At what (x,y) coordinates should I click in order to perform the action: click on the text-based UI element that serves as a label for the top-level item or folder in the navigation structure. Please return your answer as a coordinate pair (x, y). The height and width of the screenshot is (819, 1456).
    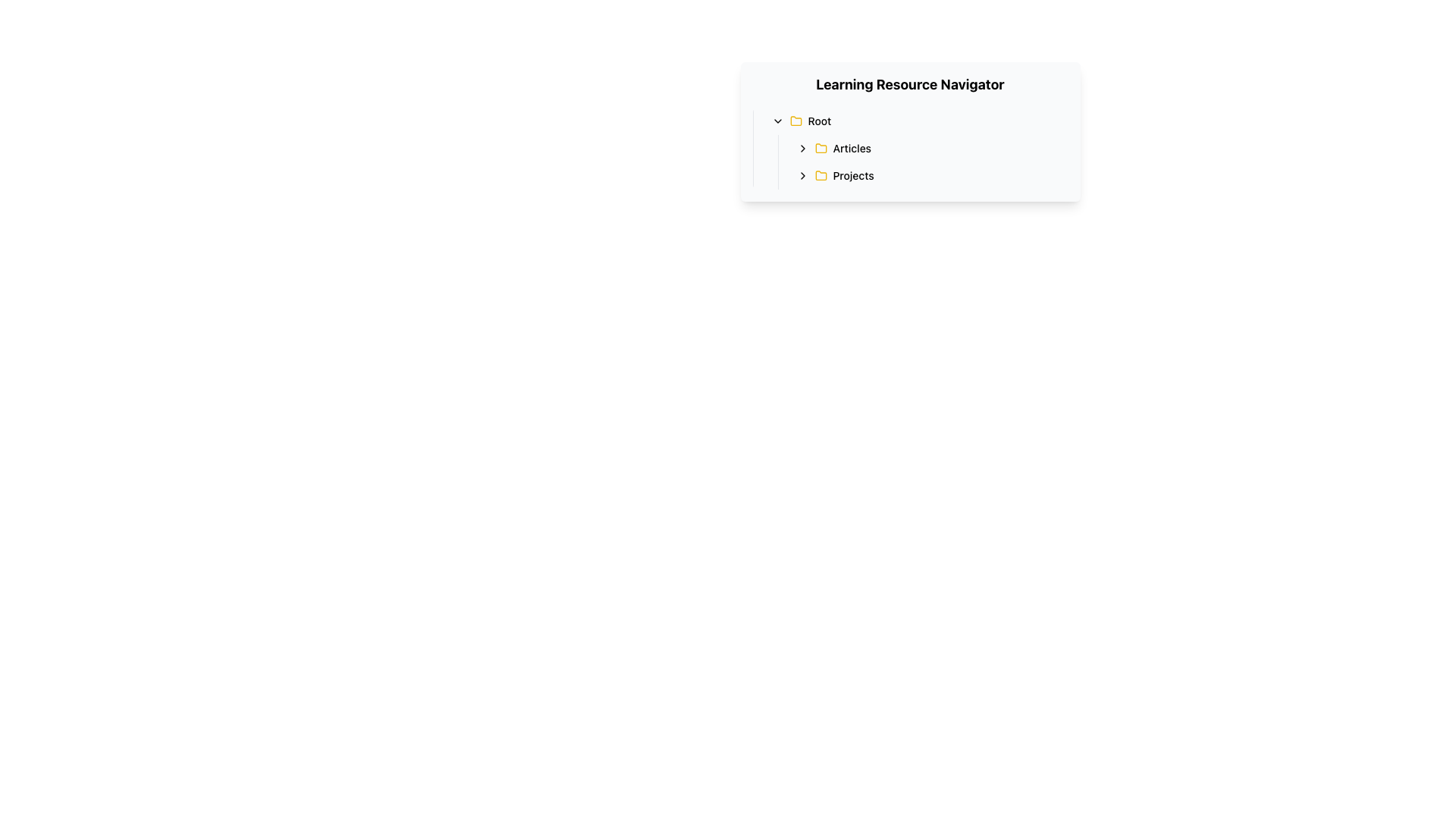
    Looking at the image, I should click on (818, 120).